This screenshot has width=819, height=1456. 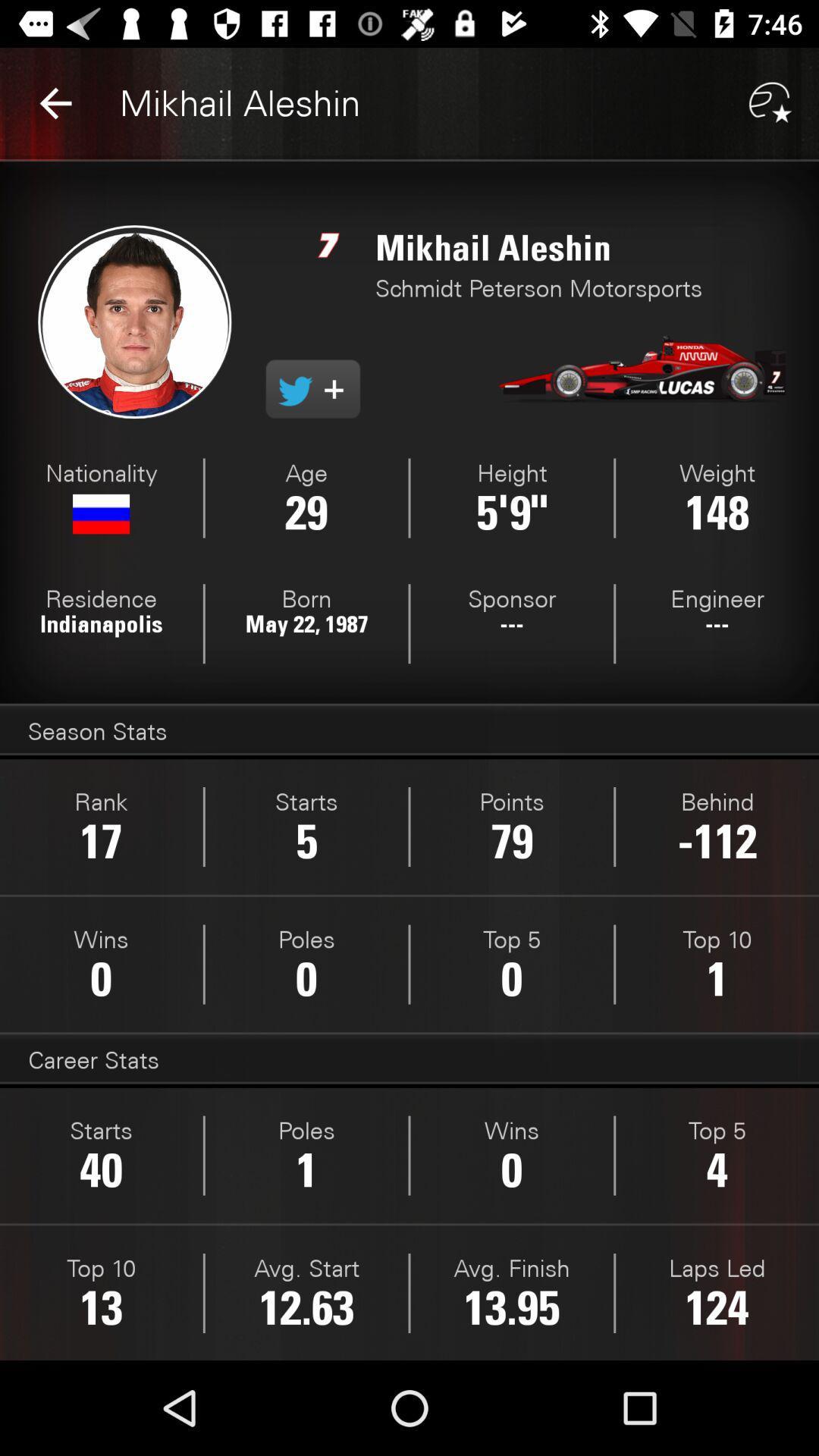 What do you see at coordinates (55, 102) in the screenshot?
I see `the item next to mikhail aleshin item` at bounding box center [55, 102].